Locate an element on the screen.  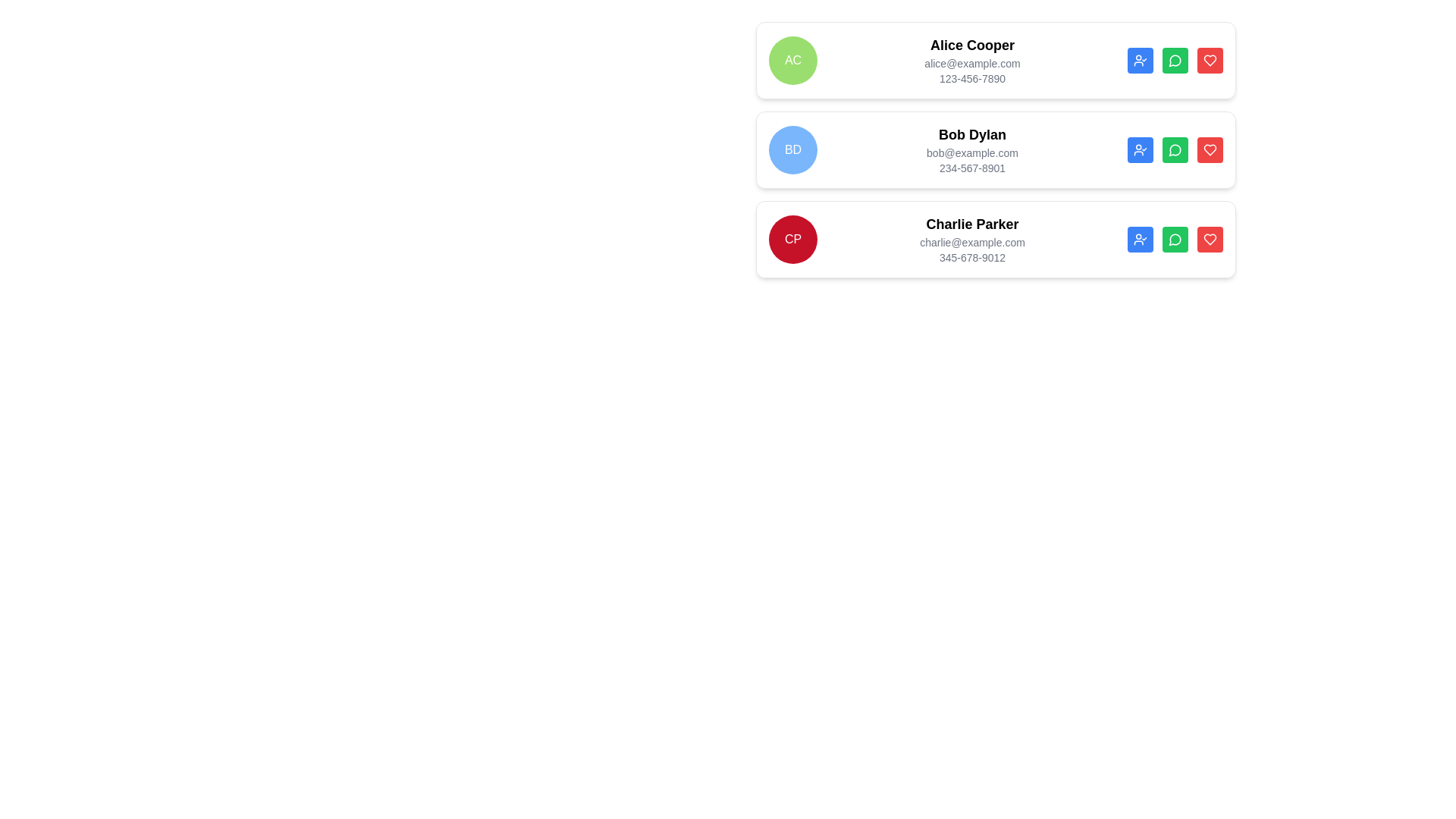
the text label displaying the email address 'bob@example.com', which is located in the middle card of a vertical list of contact cards, positioned directly below the name 'Bob Dylan' is located at coordinates (972, 152).